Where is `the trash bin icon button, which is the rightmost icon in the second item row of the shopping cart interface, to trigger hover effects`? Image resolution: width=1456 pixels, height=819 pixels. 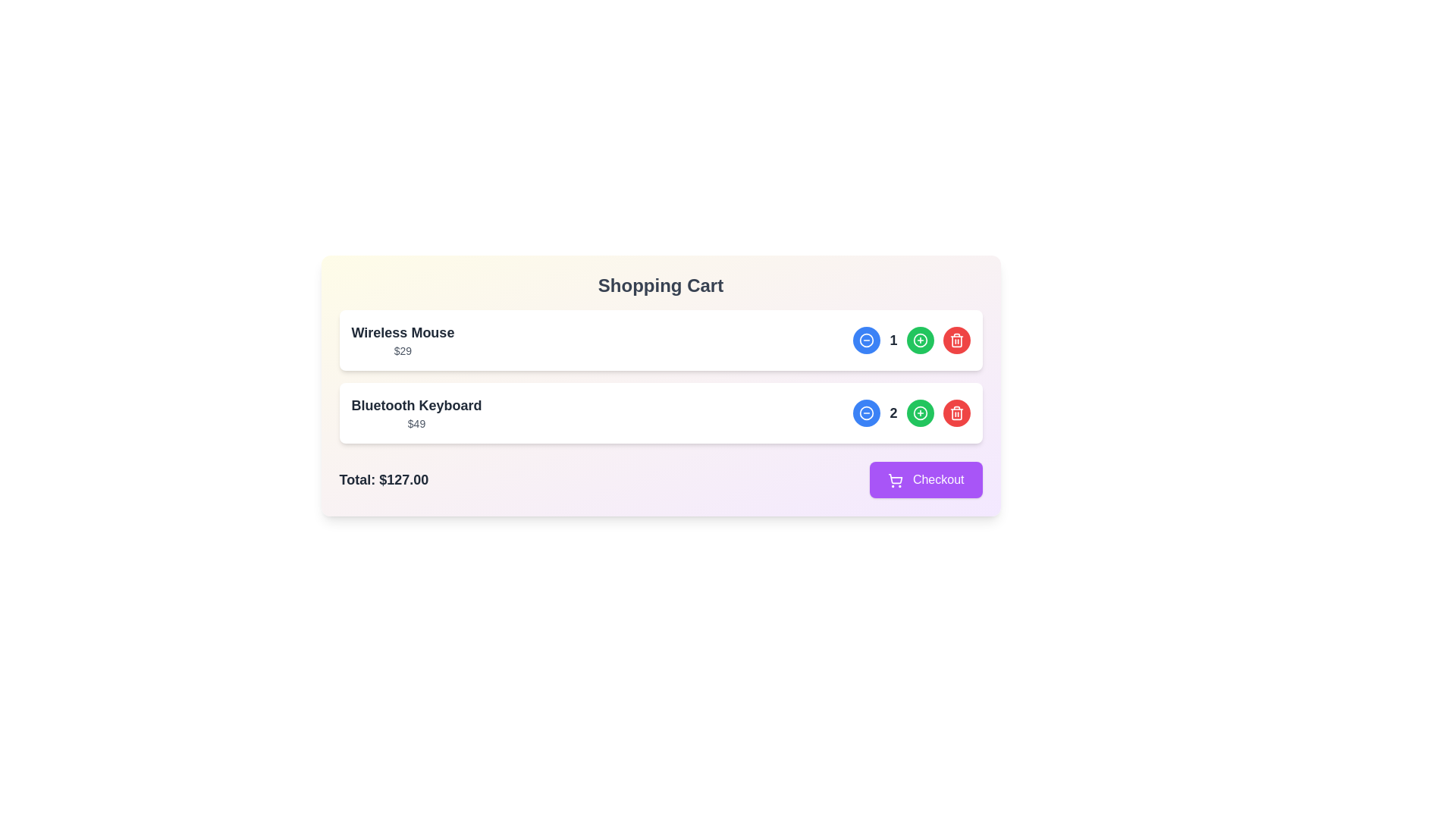 the trash bin icon button, which is the rightmost icon in the second item row of the shopping cart interface, to trigger hover effects is located at coordinates (955, 339).